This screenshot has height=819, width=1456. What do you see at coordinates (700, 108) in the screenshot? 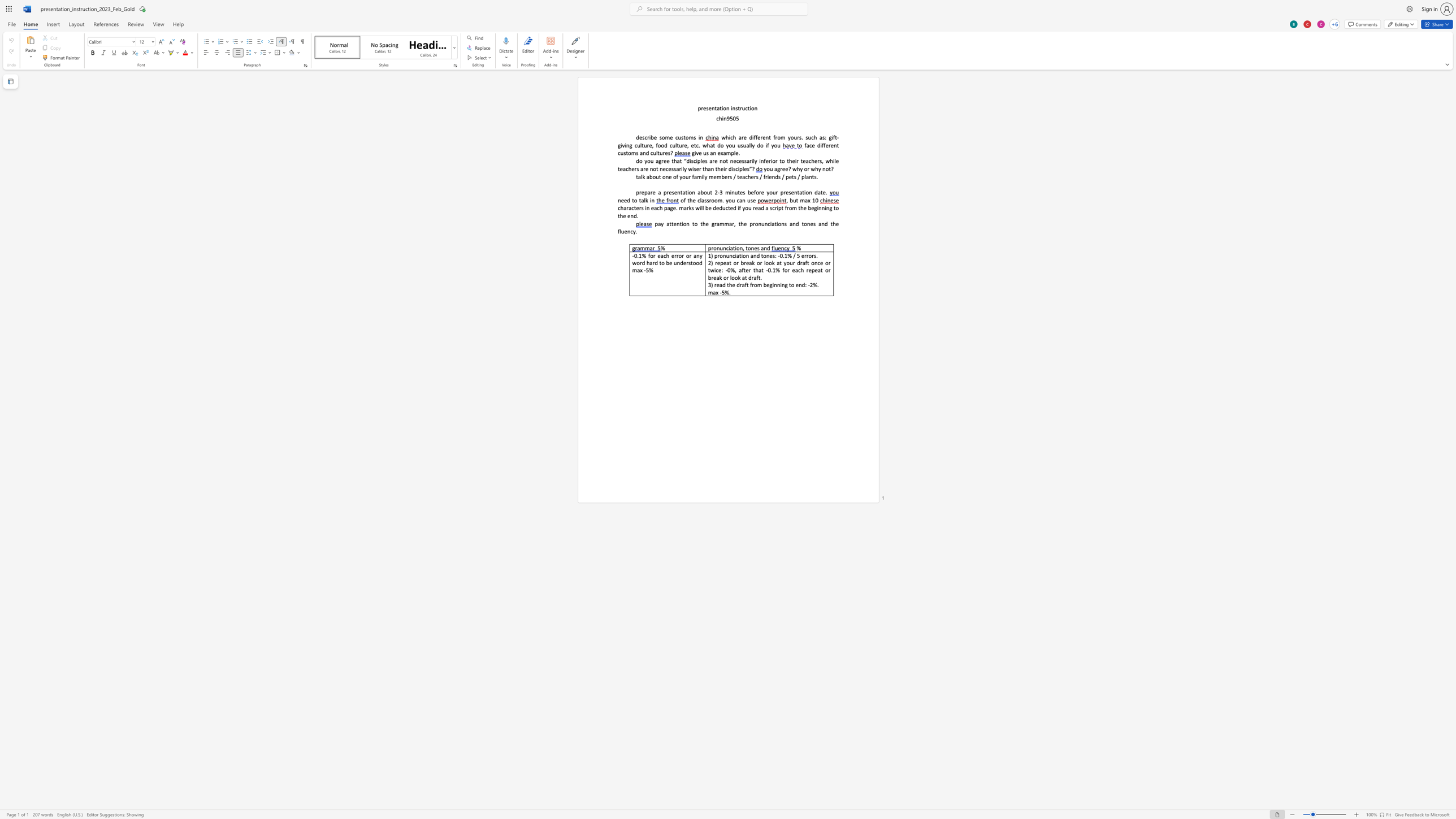
I see `the space between the continuous character "p" and "r" in the text` at bounding box center [700, 108].